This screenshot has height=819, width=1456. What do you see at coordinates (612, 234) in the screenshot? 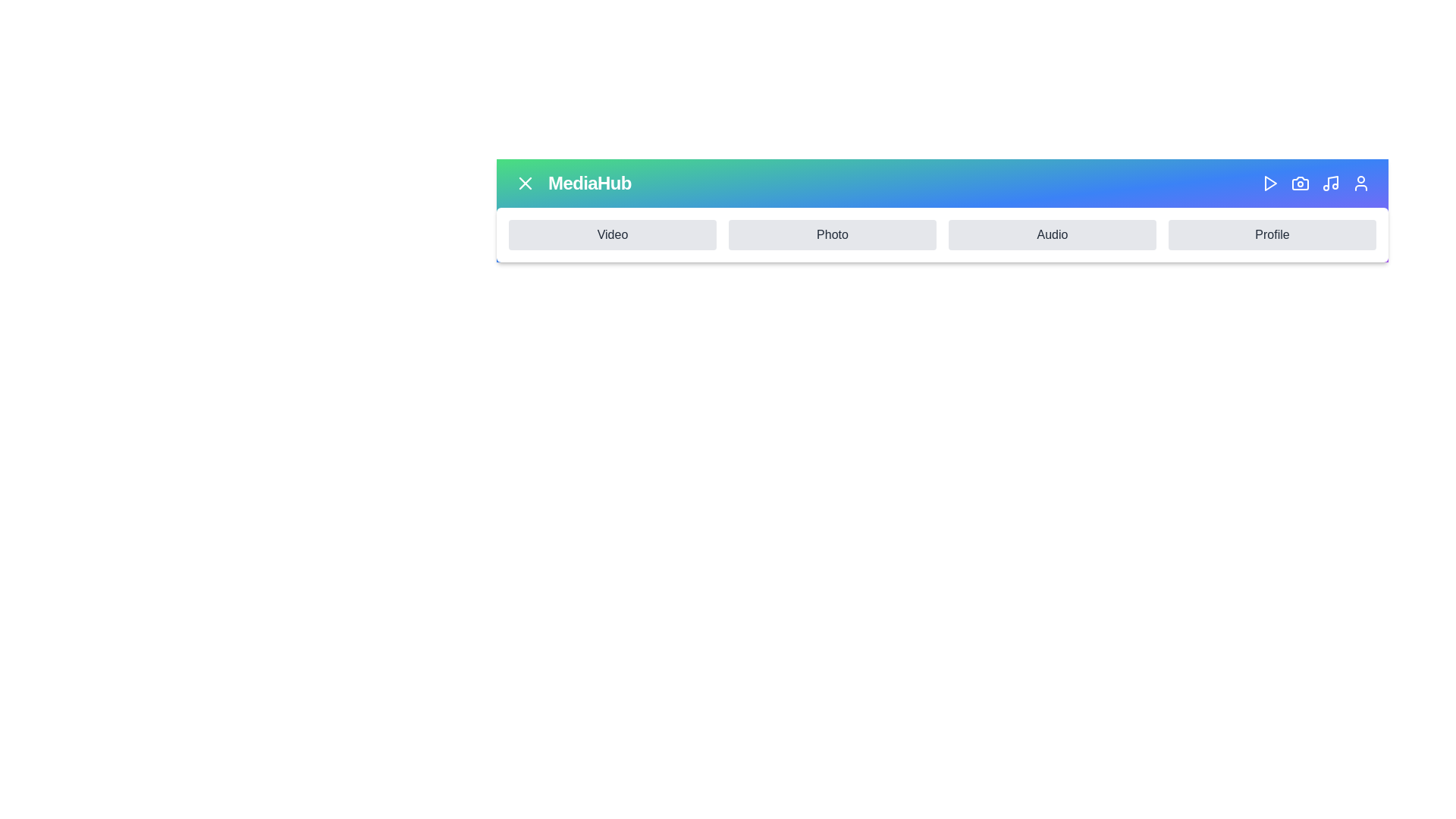
I see `the navigation item Video by clicking on its respective button` at bounding box center [612, 234].